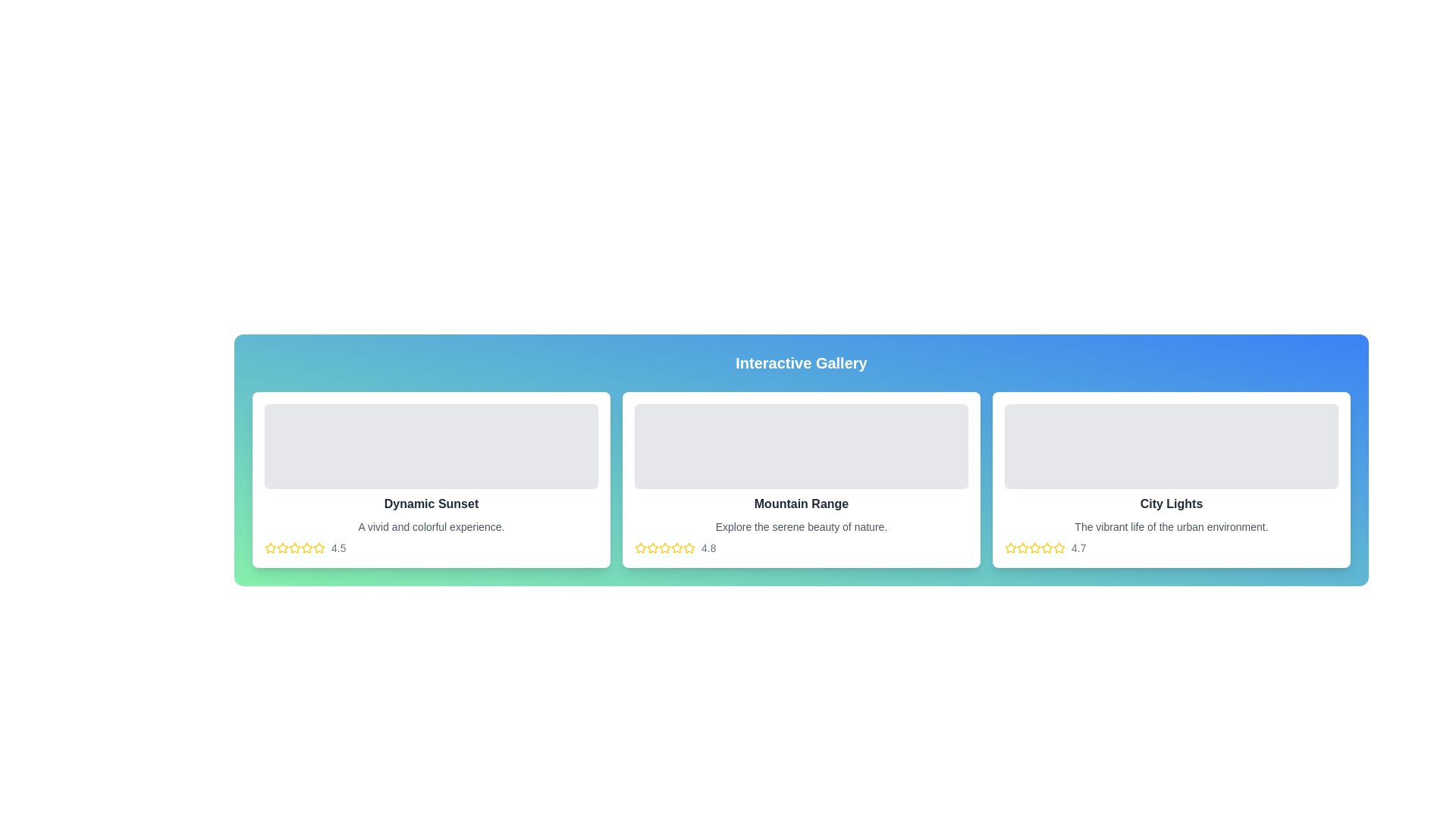 The width and height of the screenshot is (1456, 819). What do you see at coordinates (800, 446) in the screenshot?
I see `the grey-colored, rounded rectangular image placeholder located at the top center of the 'Mountain Range' section` at bounding box center [800, 446].